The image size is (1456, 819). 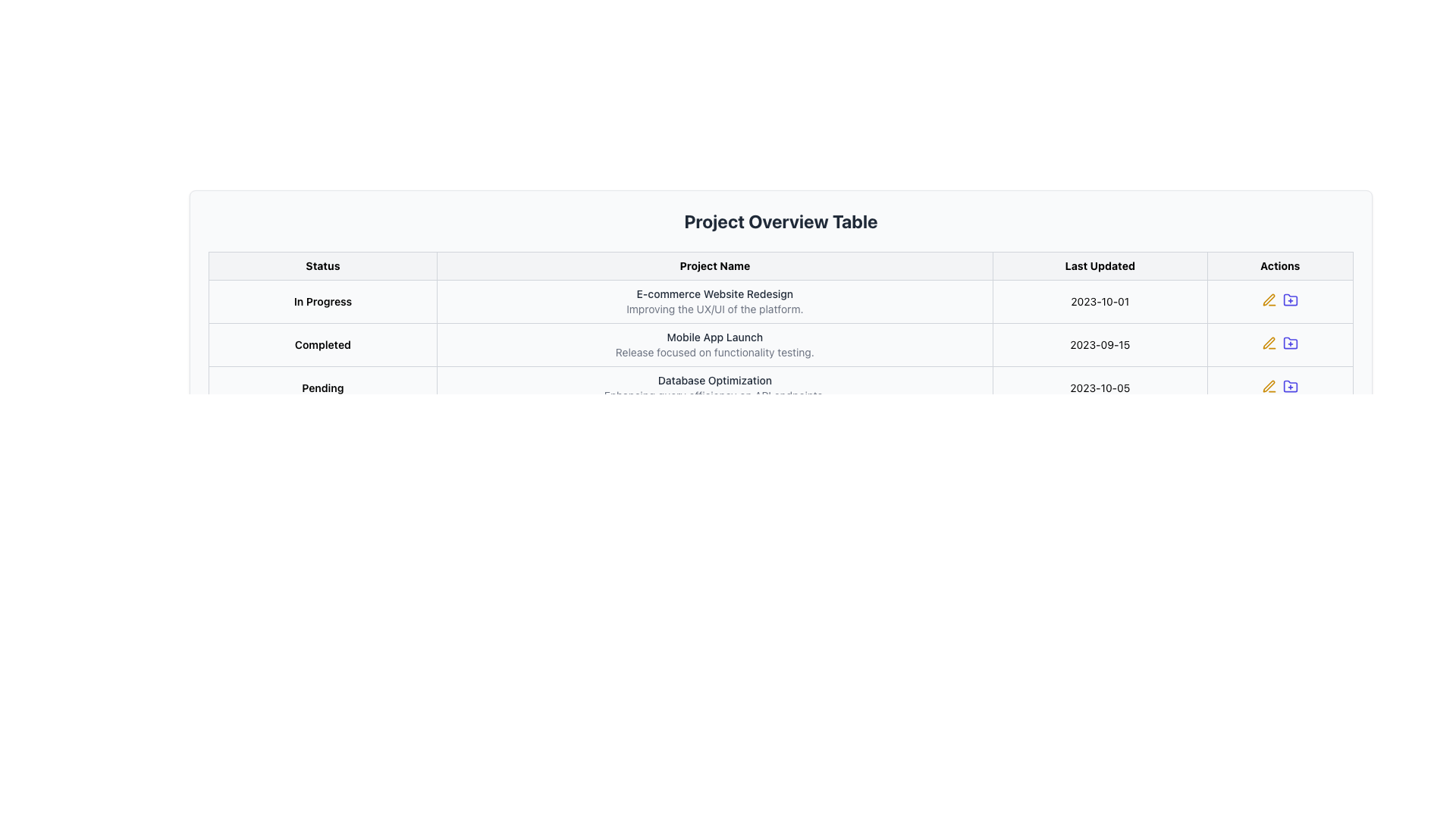 What do you see at coordinates (322, 301) in the screenshot?
I see `text contained in the 'Status' text label indicating the current state of the 'E-commerce Website Redesign' project, which is actively being worked on` at bounding box center [322, 301].